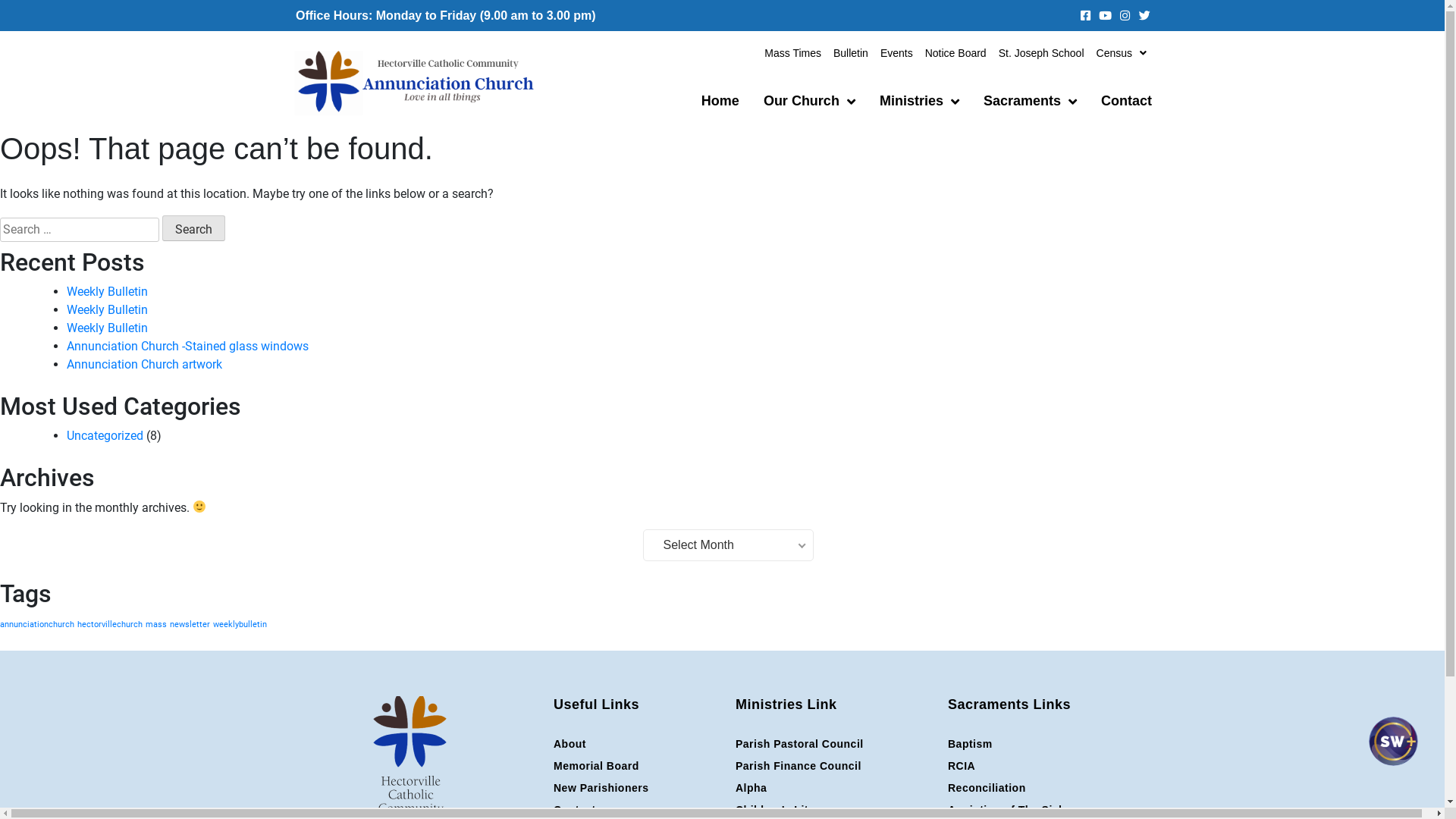 The width and height of the screenshot is (1456, 819). What do you see at coordinates (1126, 101) in the screenshot?
I see `'Contact'` at bounding box center [1126, 101].